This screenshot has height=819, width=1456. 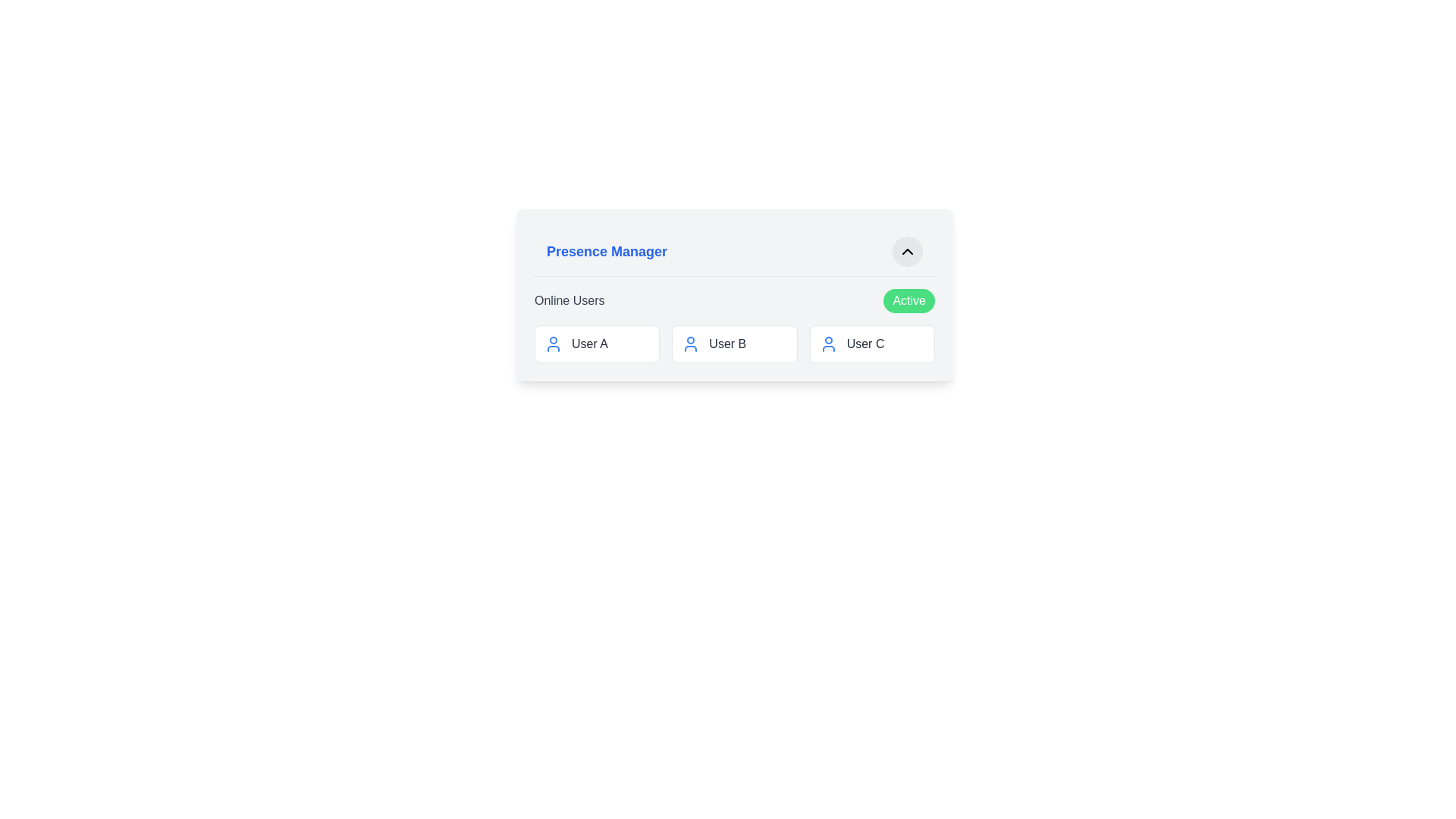 I want to click on the Card component representing User C, which is the third item from the left in a grid layout of online users located in the bottom-right corner, so click(x=872, y=344).